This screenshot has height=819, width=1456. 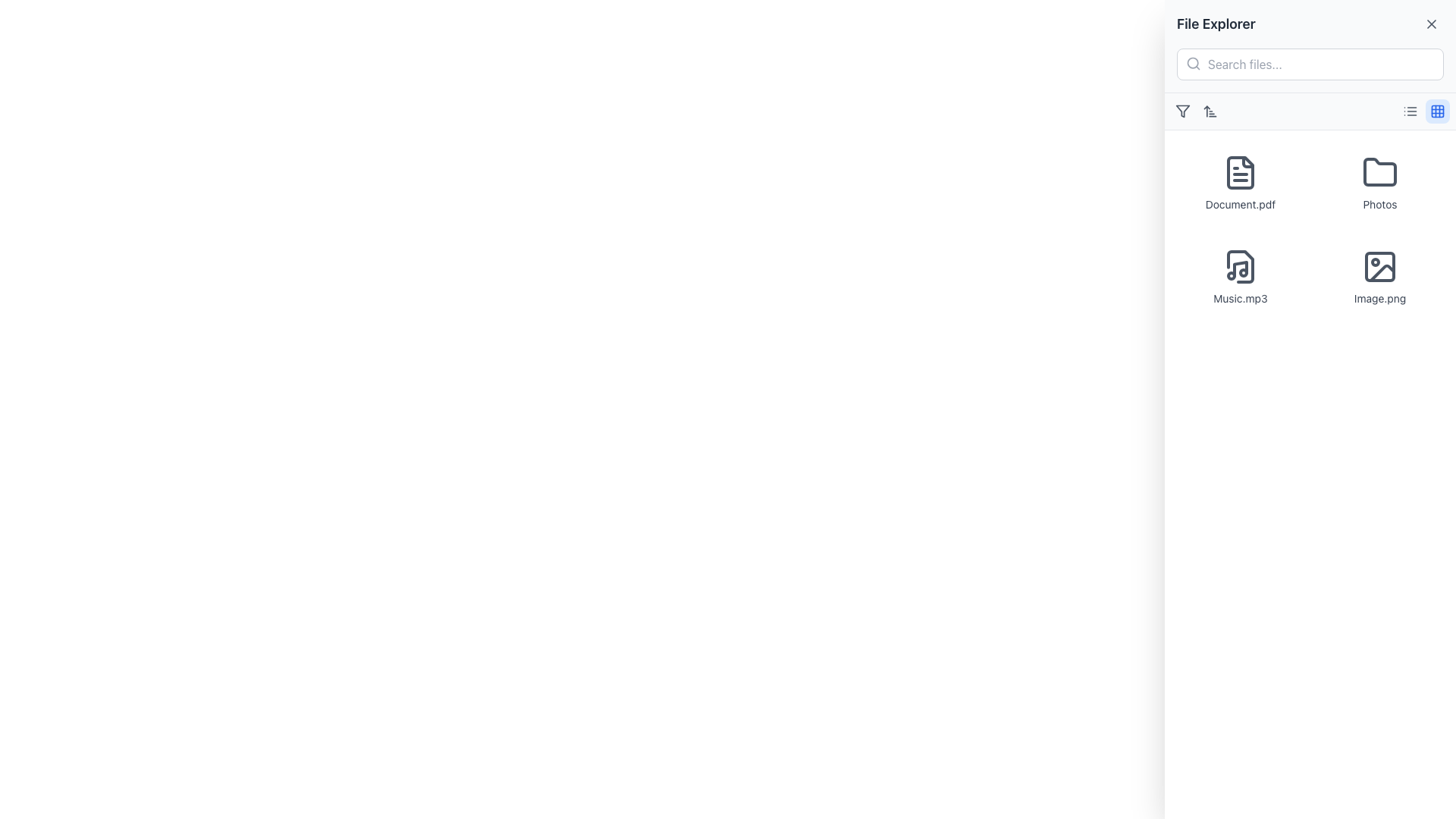 What do you see at coordinates (1182, 110) in the screenshot?
I see `the triangular-shaped filter icon located in the top-right corner of the interface, which is part of a toolbar containing action icons` at bounding box center [1182, 110].